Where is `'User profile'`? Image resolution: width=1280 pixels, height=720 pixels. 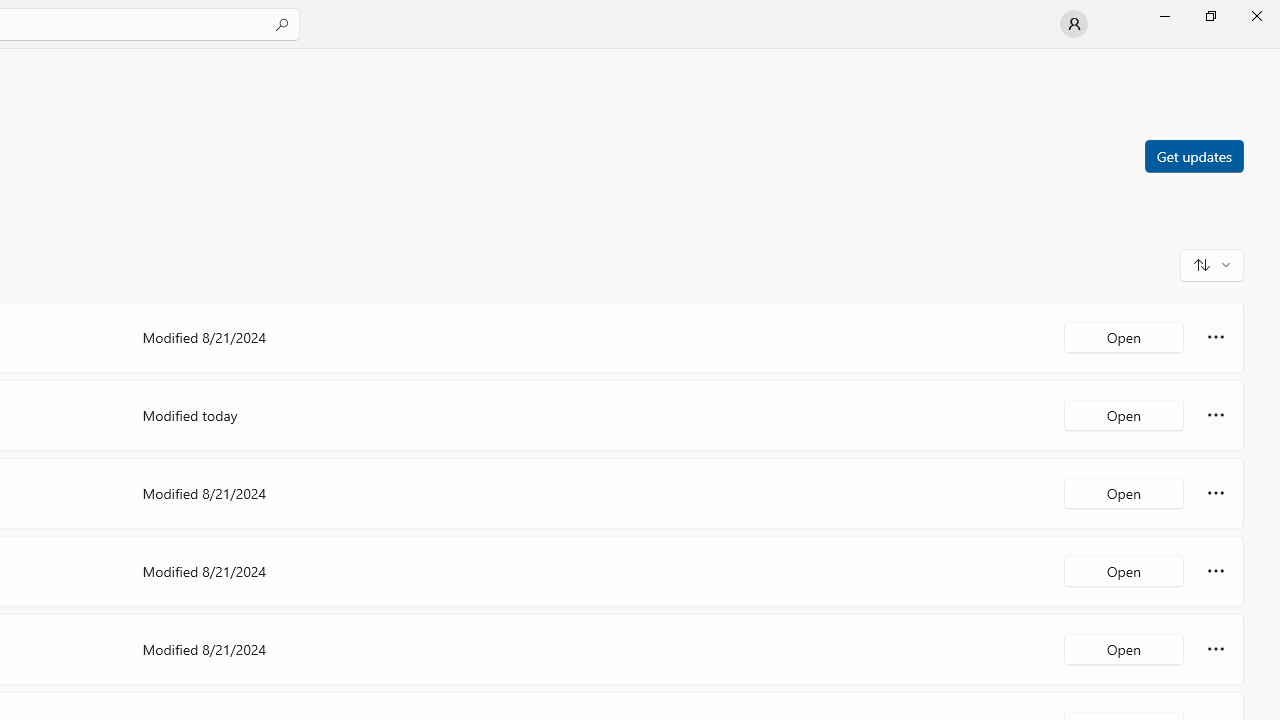
'User profile' is located at coordinates (1072, 24).